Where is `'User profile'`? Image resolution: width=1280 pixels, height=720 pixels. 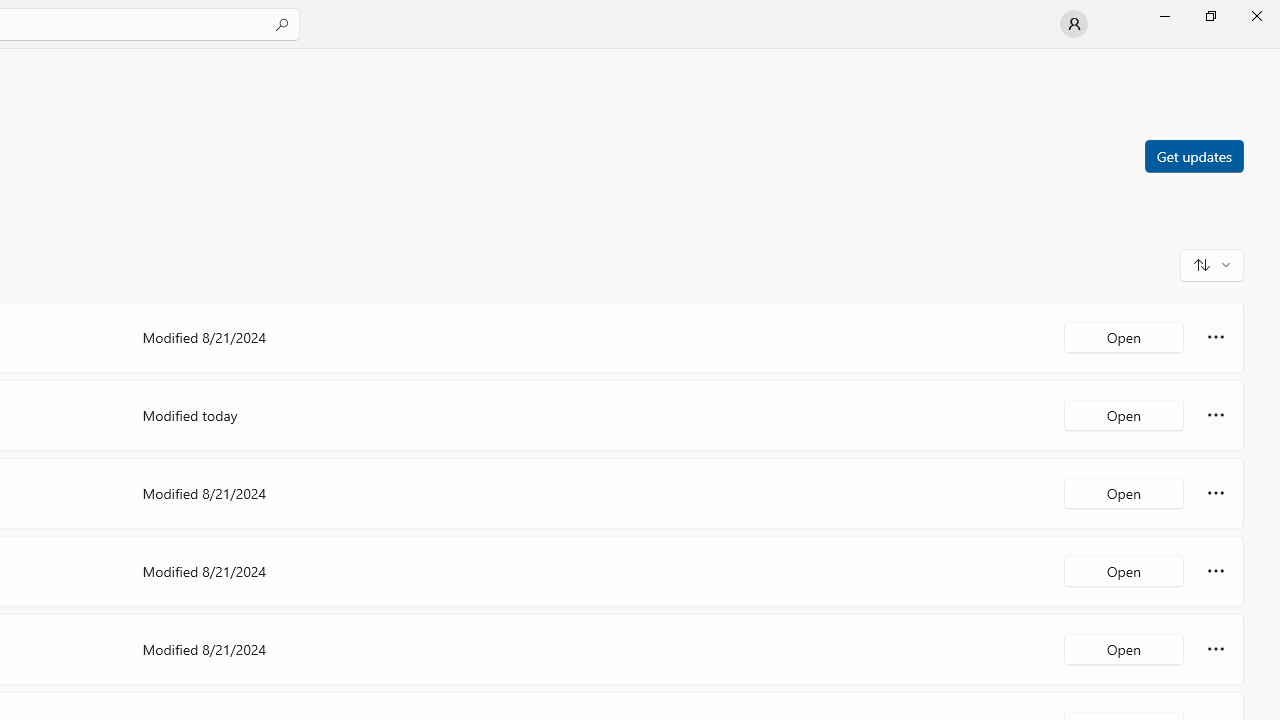
'User profile' is located at coordinates (1072, 24).